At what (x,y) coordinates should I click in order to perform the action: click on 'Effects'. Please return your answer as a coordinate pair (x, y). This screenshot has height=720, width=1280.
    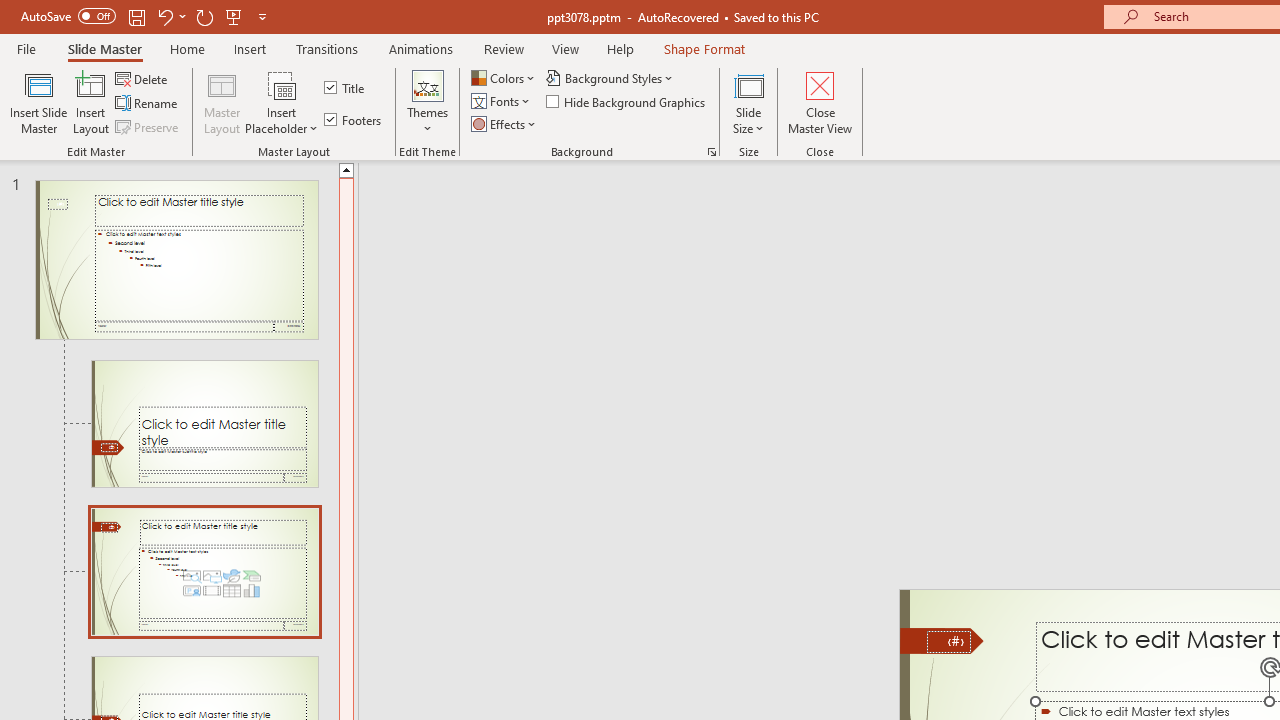
    Looking at the image, I should click on (505, 124).